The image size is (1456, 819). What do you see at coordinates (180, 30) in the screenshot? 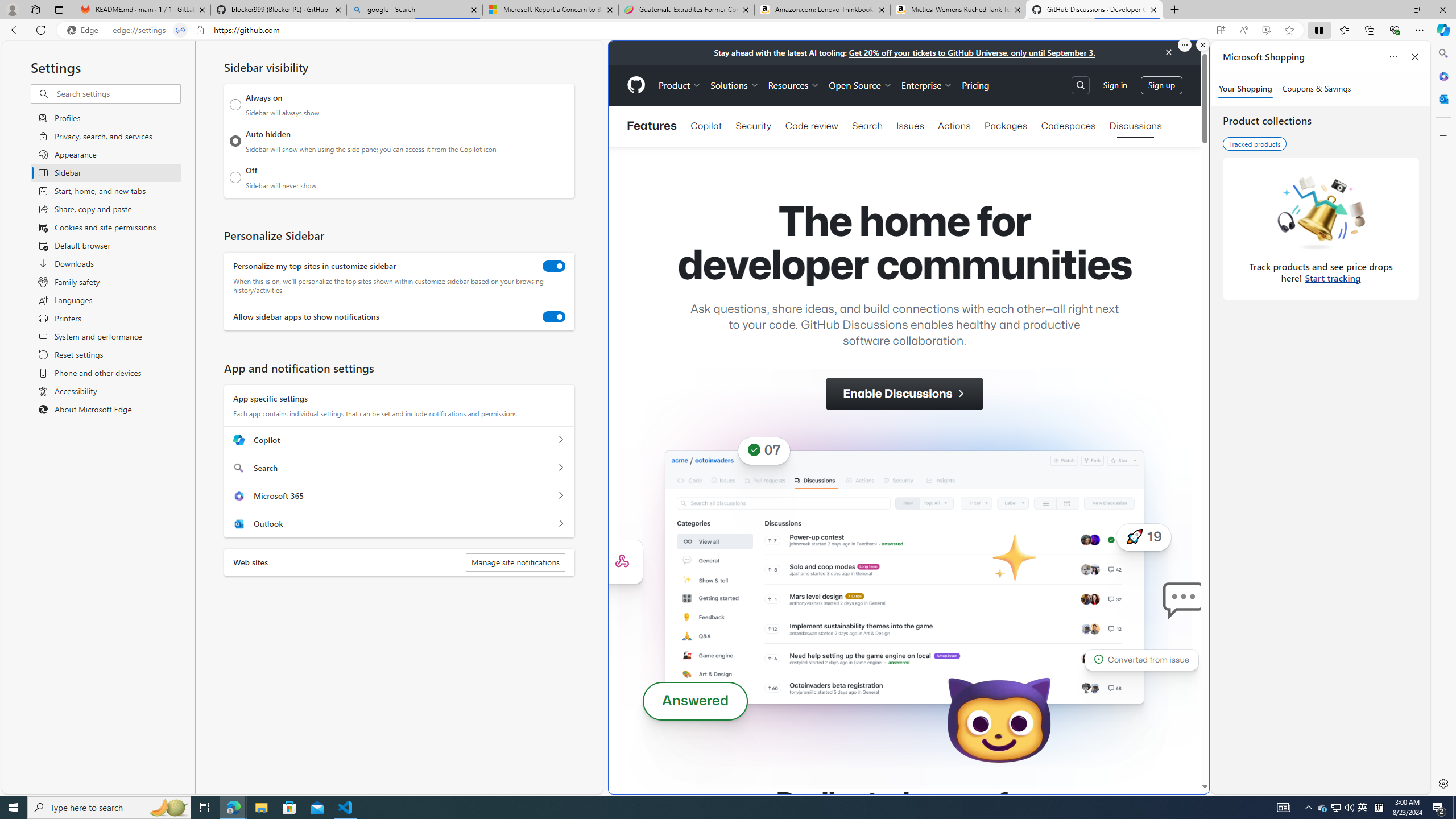
I see `'Tabs in split screen'` at bounding box center [180, 30].